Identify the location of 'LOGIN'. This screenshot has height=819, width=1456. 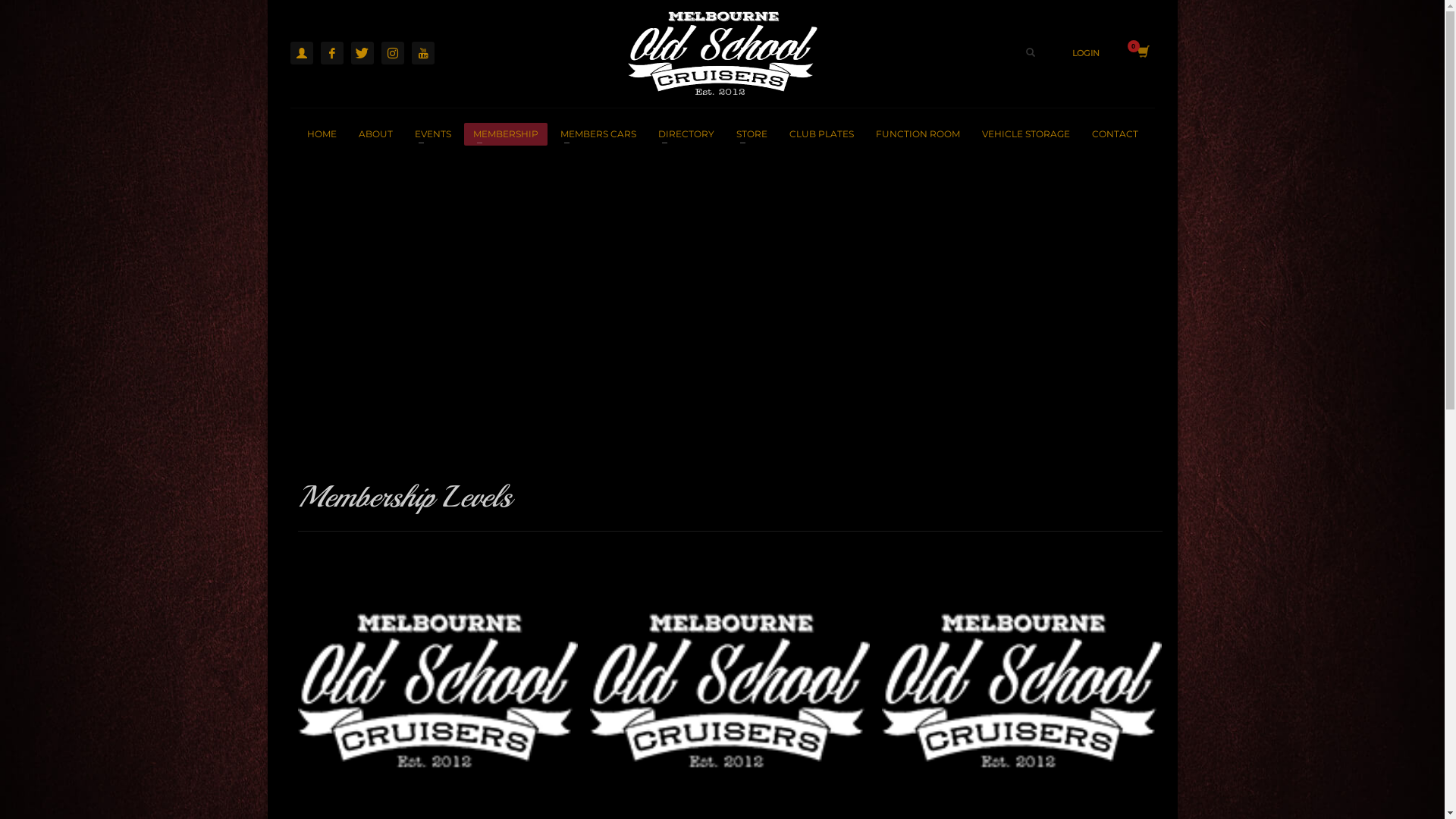
(1084, 52).